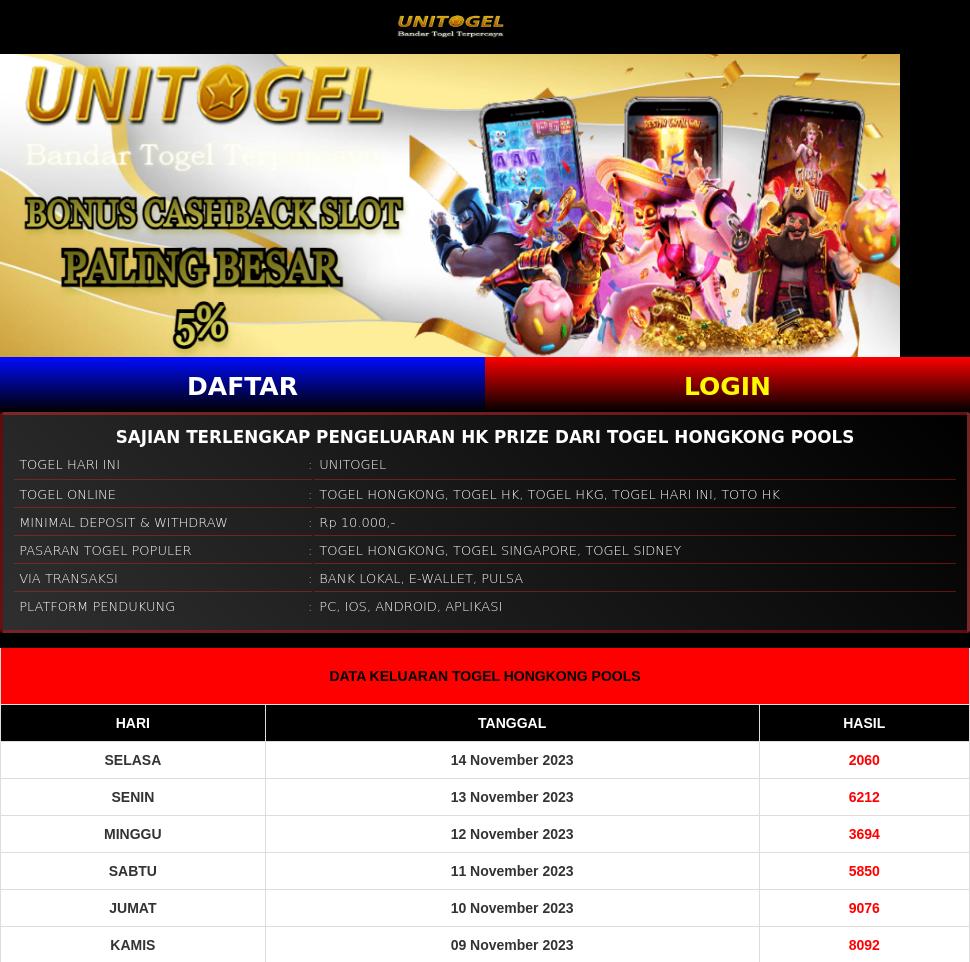 The image size is (970, 962). Describe the element at coordinates (727, 384) in the screenshot. I see `'LOGIN'` at that location.